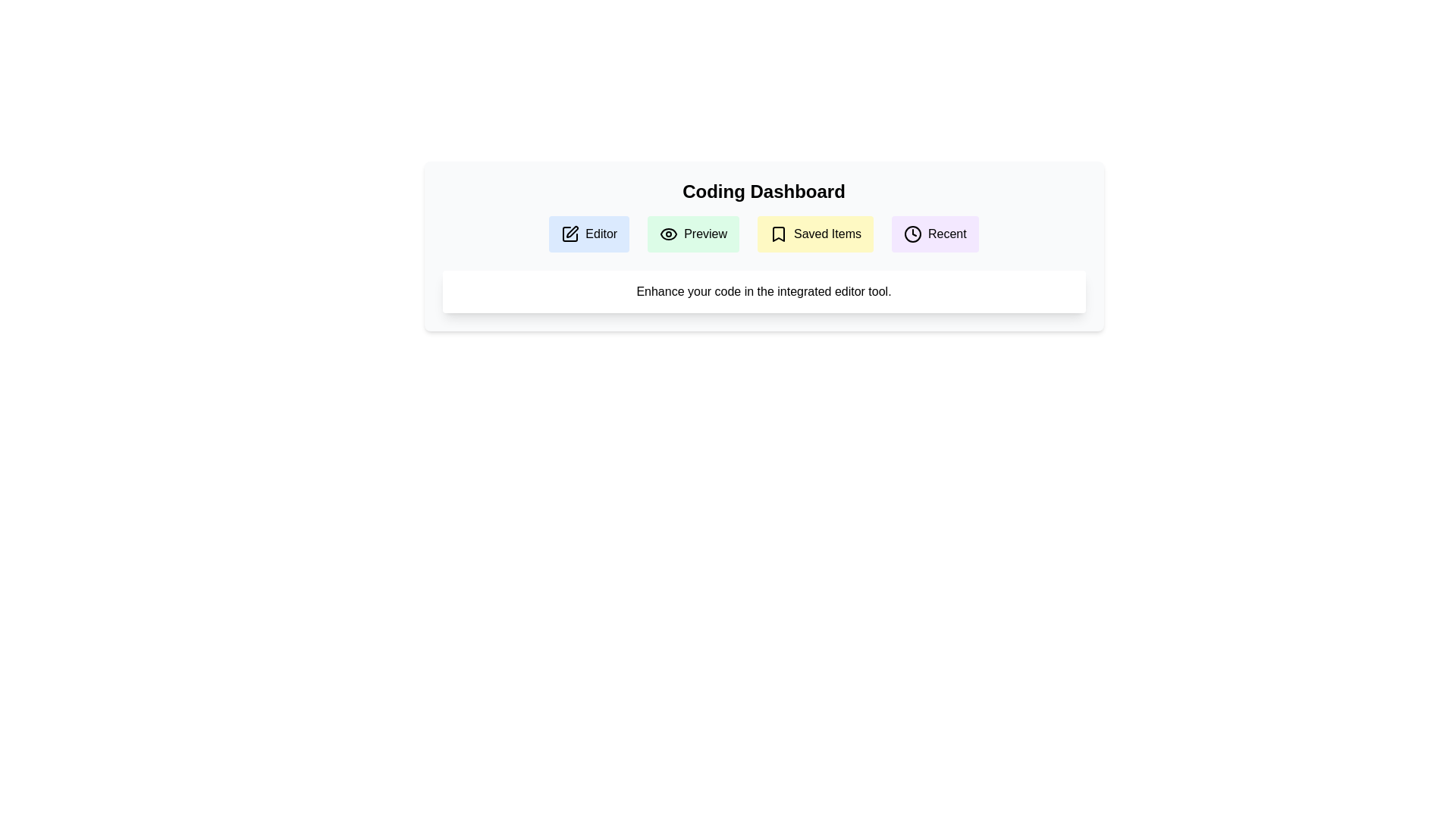 Image resolution: width=1456 pixels, height=819 pixels. What do you see at coordinates (668, 234) in the screenshot?
I see `the 'Preview' icon, which is the second button in a horizontal menu of four buttons, centrally placed within its button` at bounding box center [668, 234].